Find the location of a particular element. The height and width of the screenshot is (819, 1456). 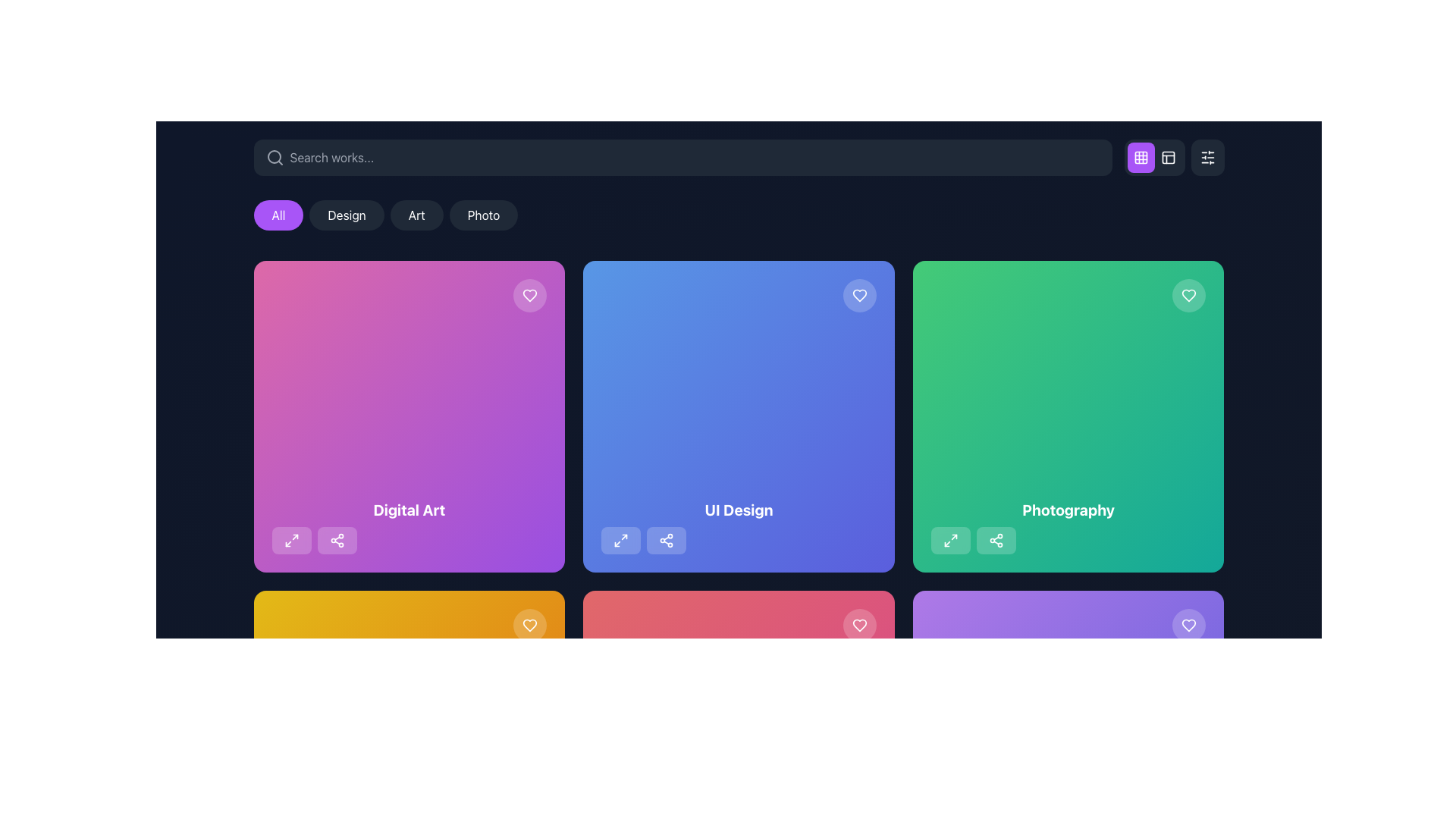

the search icon, which is a gray magnifying glass outline located at the left side of the search bar, to focus on the search bar is located at coordinates (275, 158).